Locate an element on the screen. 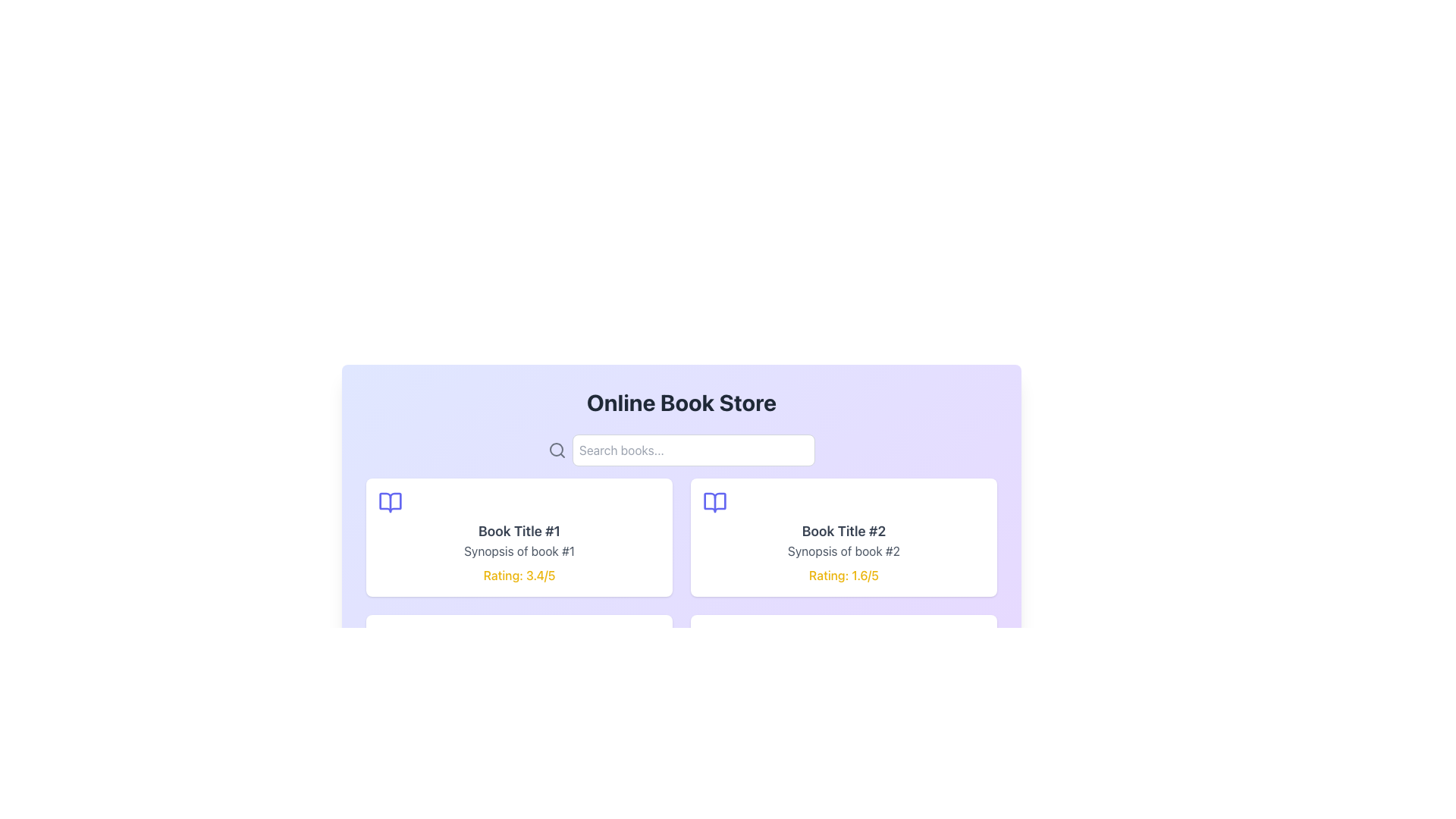 Image resolution: width=1456 pixels, height=819 pixels. the graphical representation of an open book icon, which is purple in color and located in the center of the layout near 'Book Title #2' is located at coordinates (390, 503).